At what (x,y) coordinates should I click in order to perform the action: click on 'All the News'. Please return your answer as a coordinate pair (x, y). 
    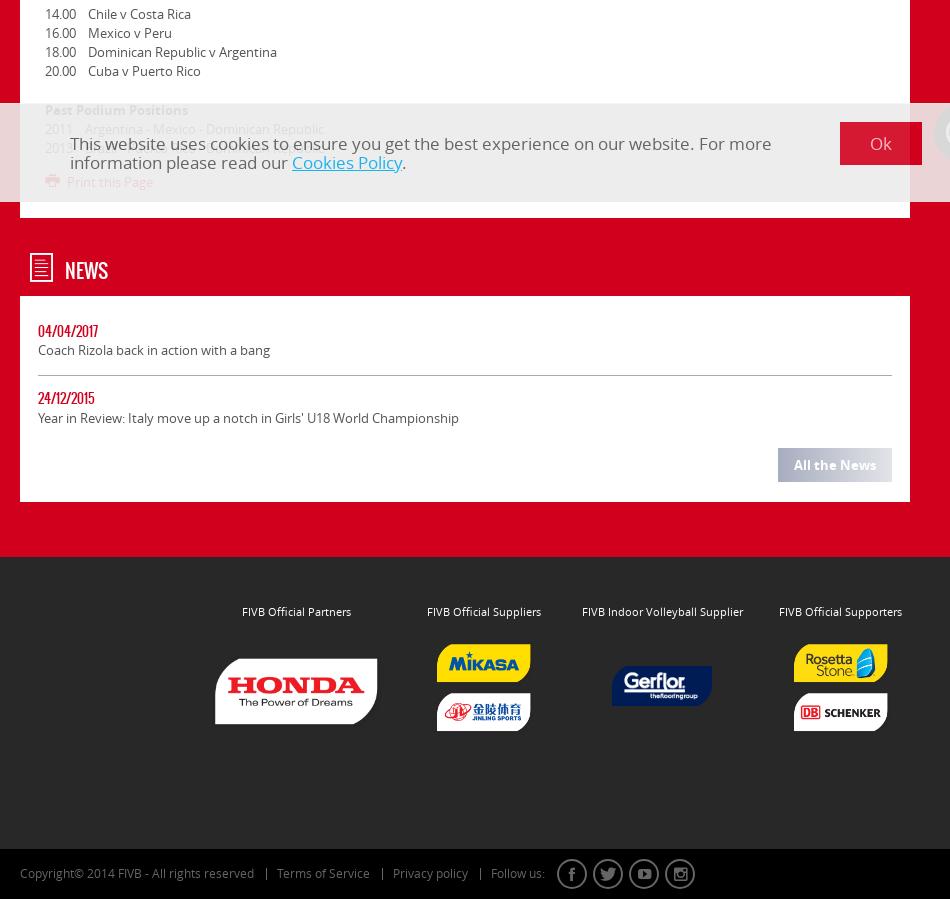
    Looking at the image, I should click on (833, 464).